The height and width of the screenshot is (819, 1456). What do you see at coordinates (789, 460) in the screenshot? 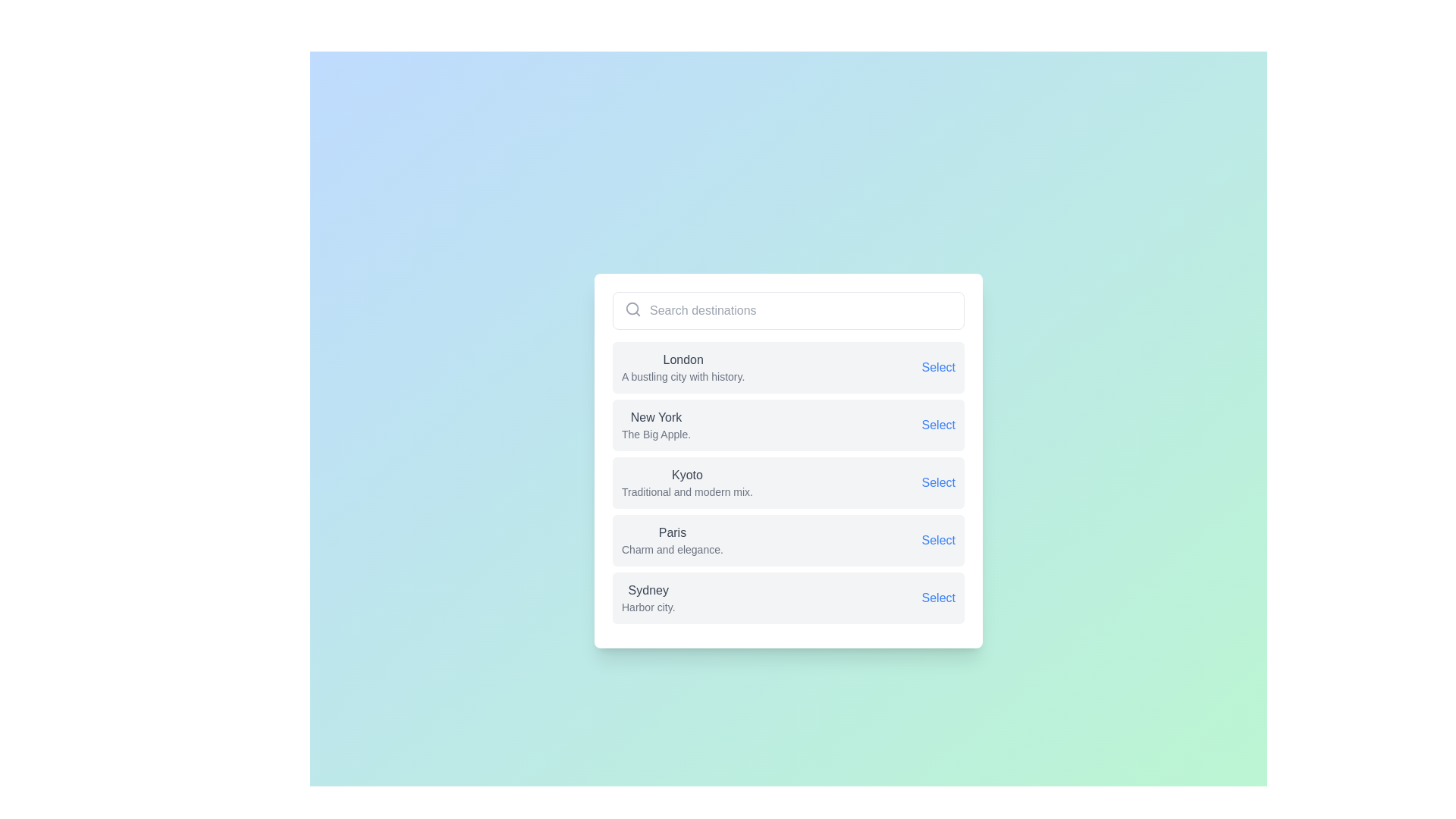
I see `the List Item representing the destination 'Kyoto', which is the third entry in a list of selectable destinations, allowing users` at bounding box center [789, 460].